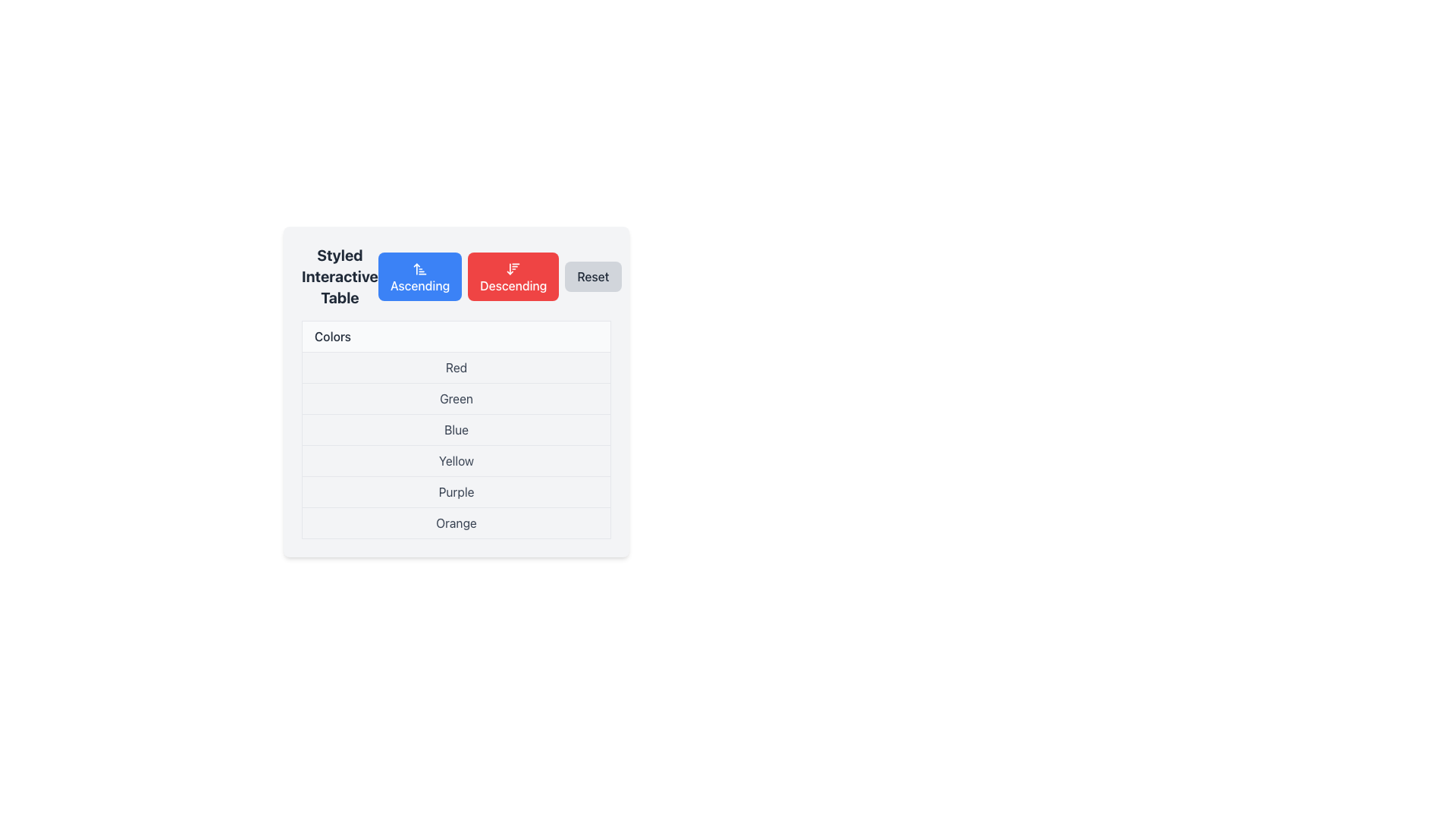  Describe the element at coordinates (513, 268) in the screenshot. I see `the downward-pointing arrow icon inside the red button labeled 'Descending' to sort the items in descending order` at that location.